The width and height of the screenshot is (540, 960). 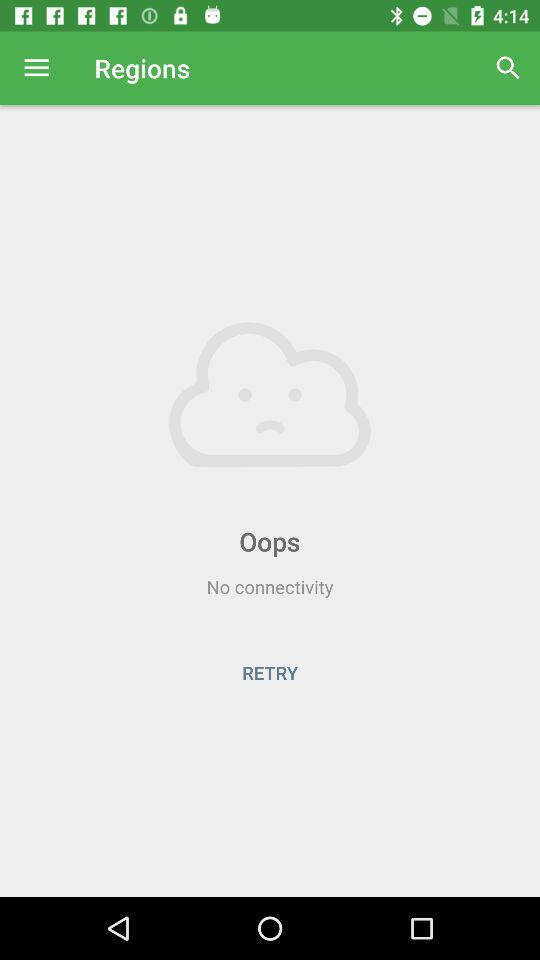 What do you see at coordinates (270, 672) in the screenshot?
I see `the retry` at bounding box center [270, 672].